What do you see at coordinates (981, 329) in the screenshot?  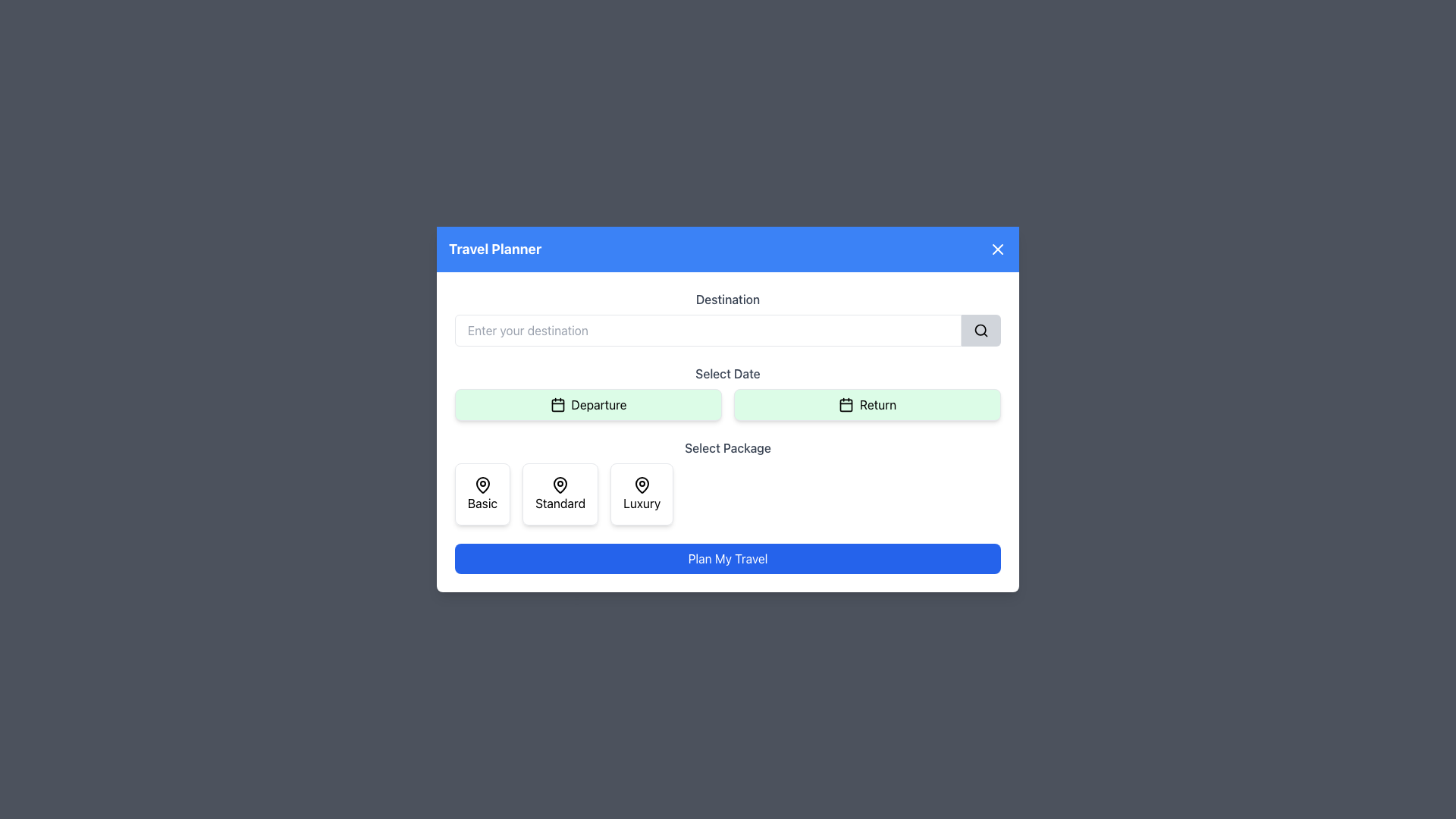 I see `the magnifying glass icon button located near the upper-right corner of the input field labeled 'Destination'` at bounding box center [981, 329].